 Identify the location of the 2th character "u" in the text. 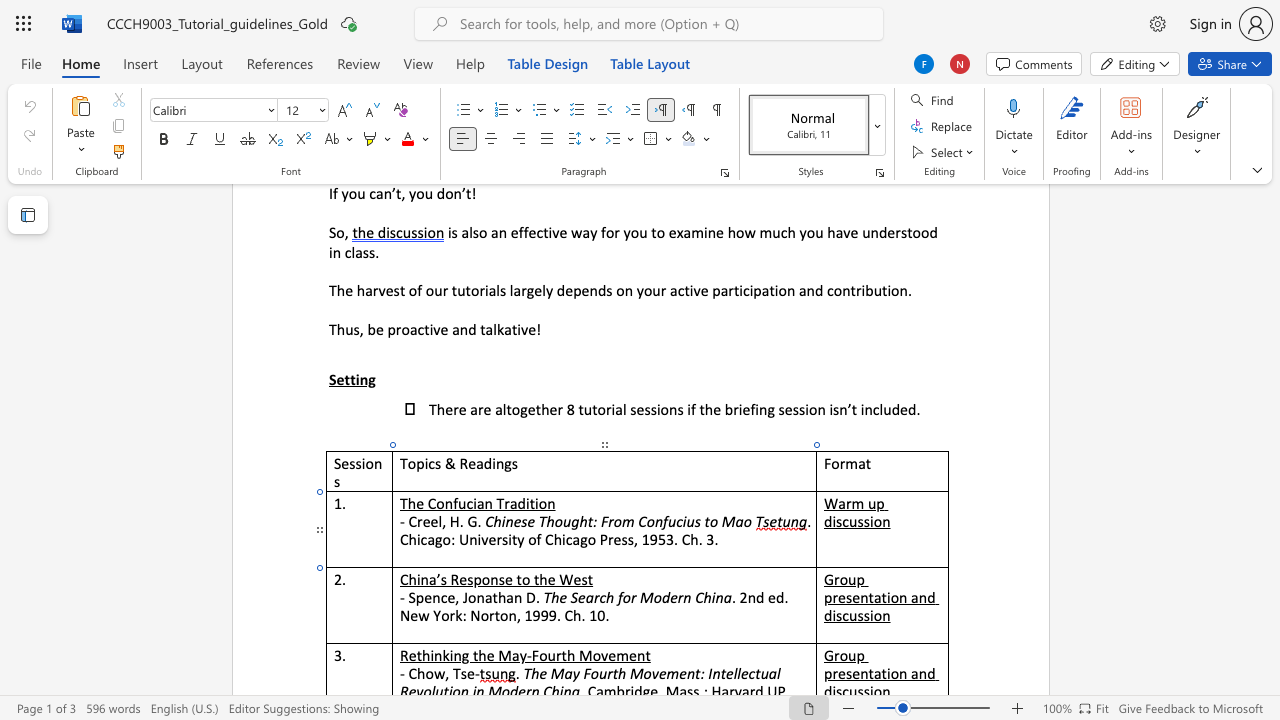
(853, 520).